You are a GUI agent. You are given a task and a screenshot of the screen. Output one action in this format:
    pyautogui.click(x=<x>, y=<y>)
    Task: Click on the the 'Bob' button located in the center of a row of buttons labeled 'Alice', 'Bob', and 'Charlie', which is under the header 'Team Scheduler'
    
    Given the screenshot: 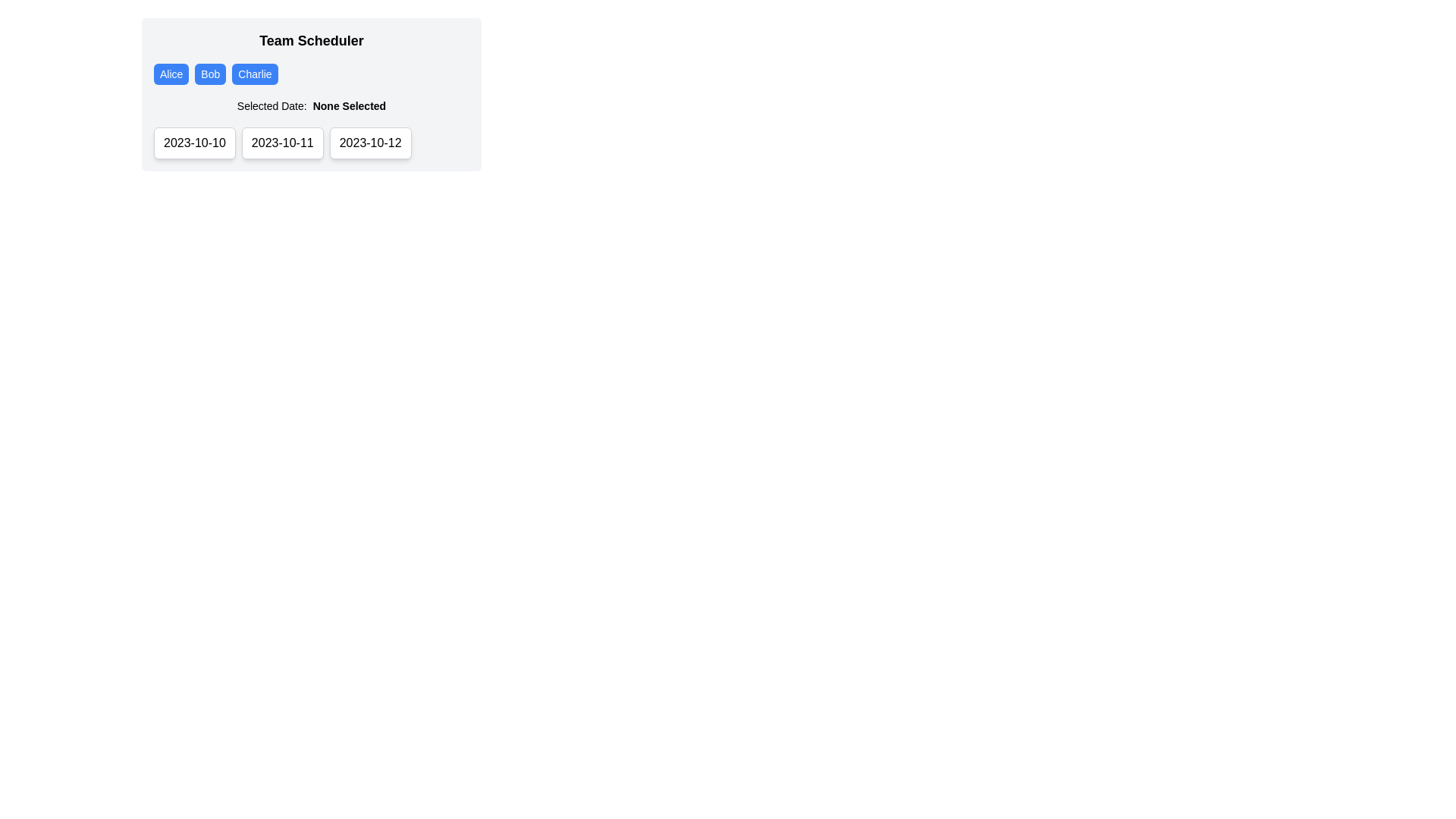 What is the action you would take?
    pyautogui.click(x=209, y=74)
    